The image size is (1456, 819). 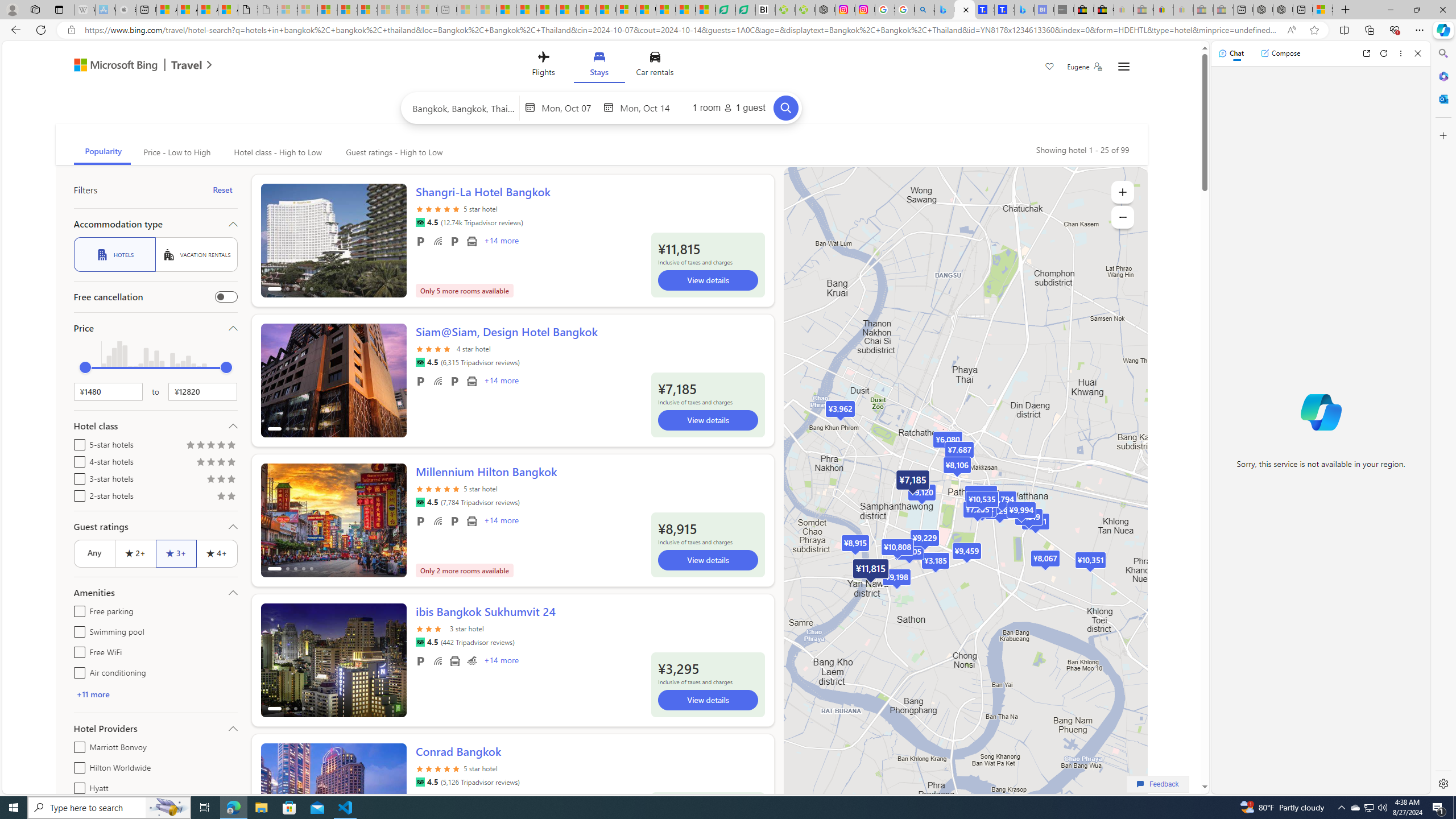 I want to click on '3-star hotels', so click(x=76, y=477).